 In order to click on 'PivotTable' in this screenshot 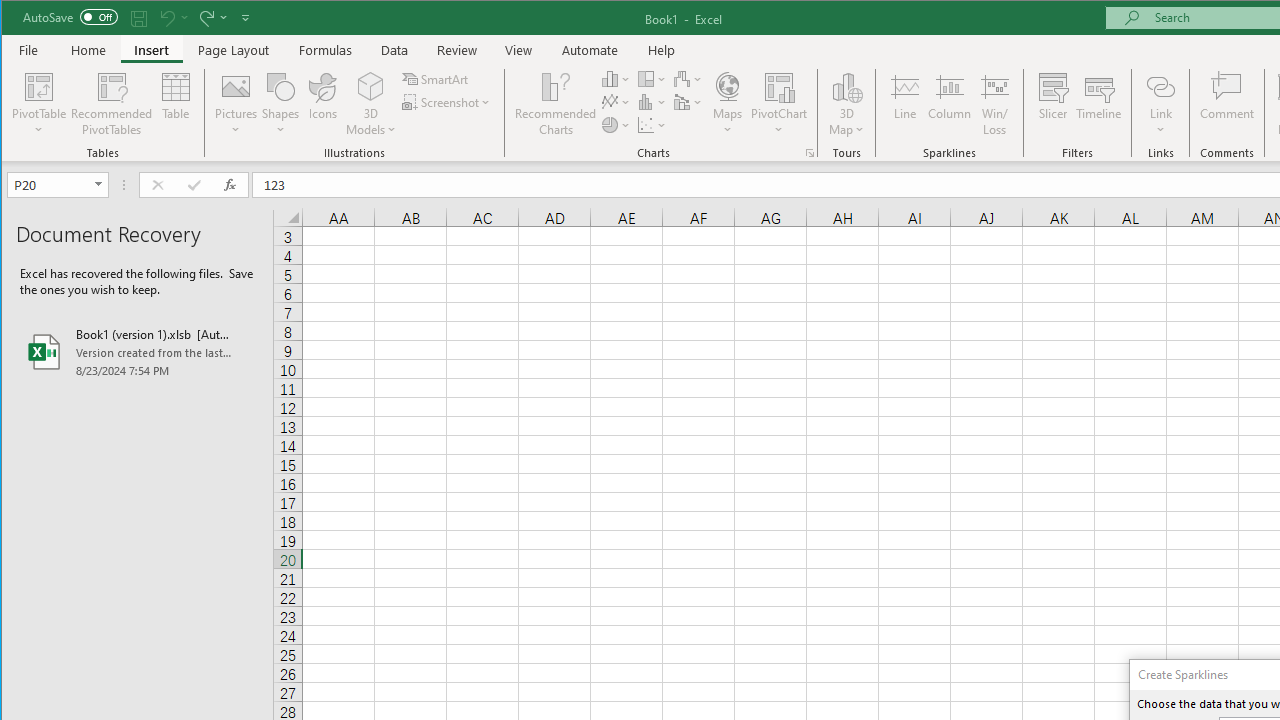, I will do `click(39, 104)`.